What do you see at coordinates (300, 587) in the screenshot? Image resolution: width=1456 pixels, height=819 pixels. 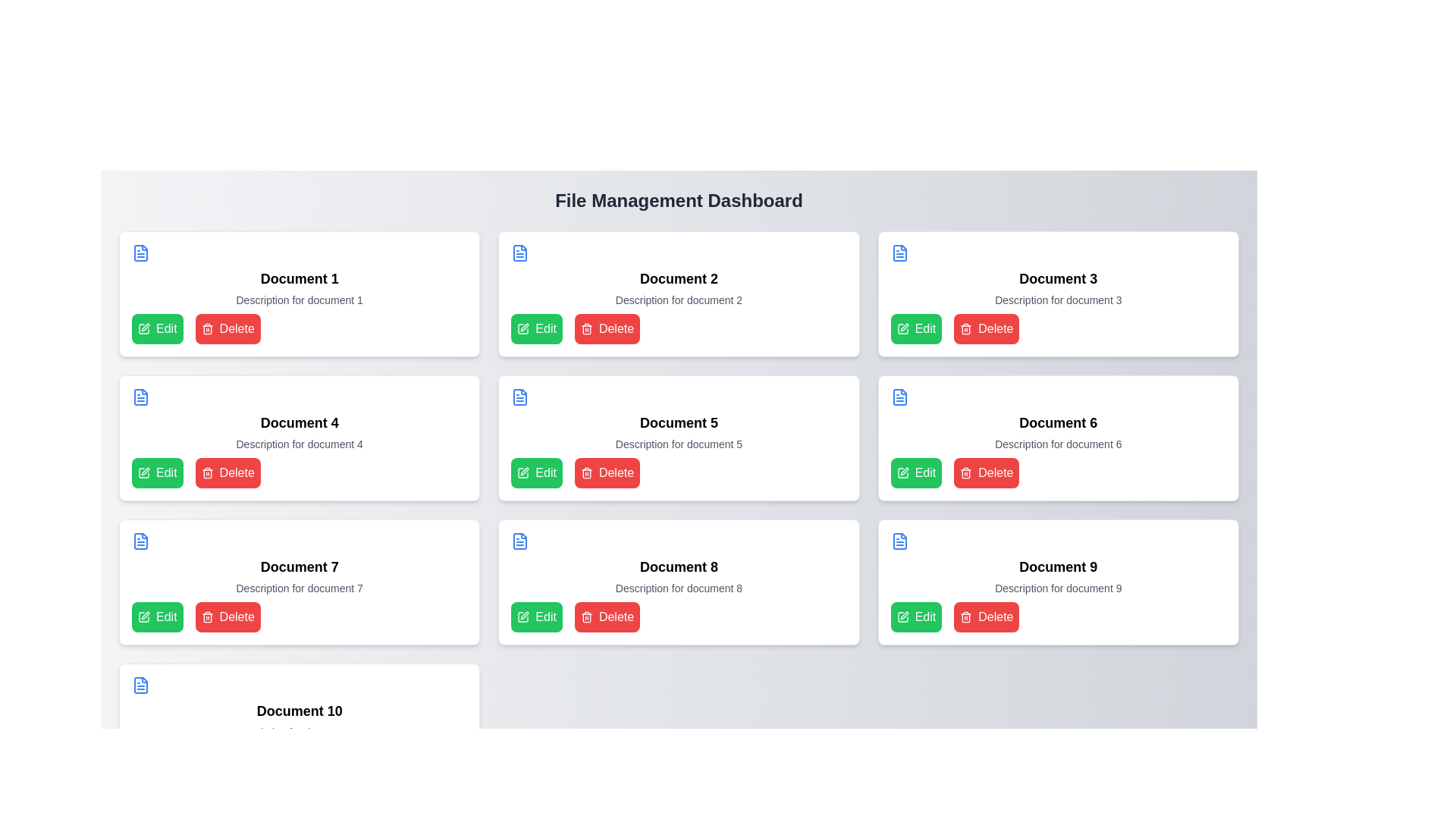 I see `the static text label that reads 'Description for document 7', which is located below the heading 'Document 7' in the left center column of the interface` at bounding box center [300, 587].